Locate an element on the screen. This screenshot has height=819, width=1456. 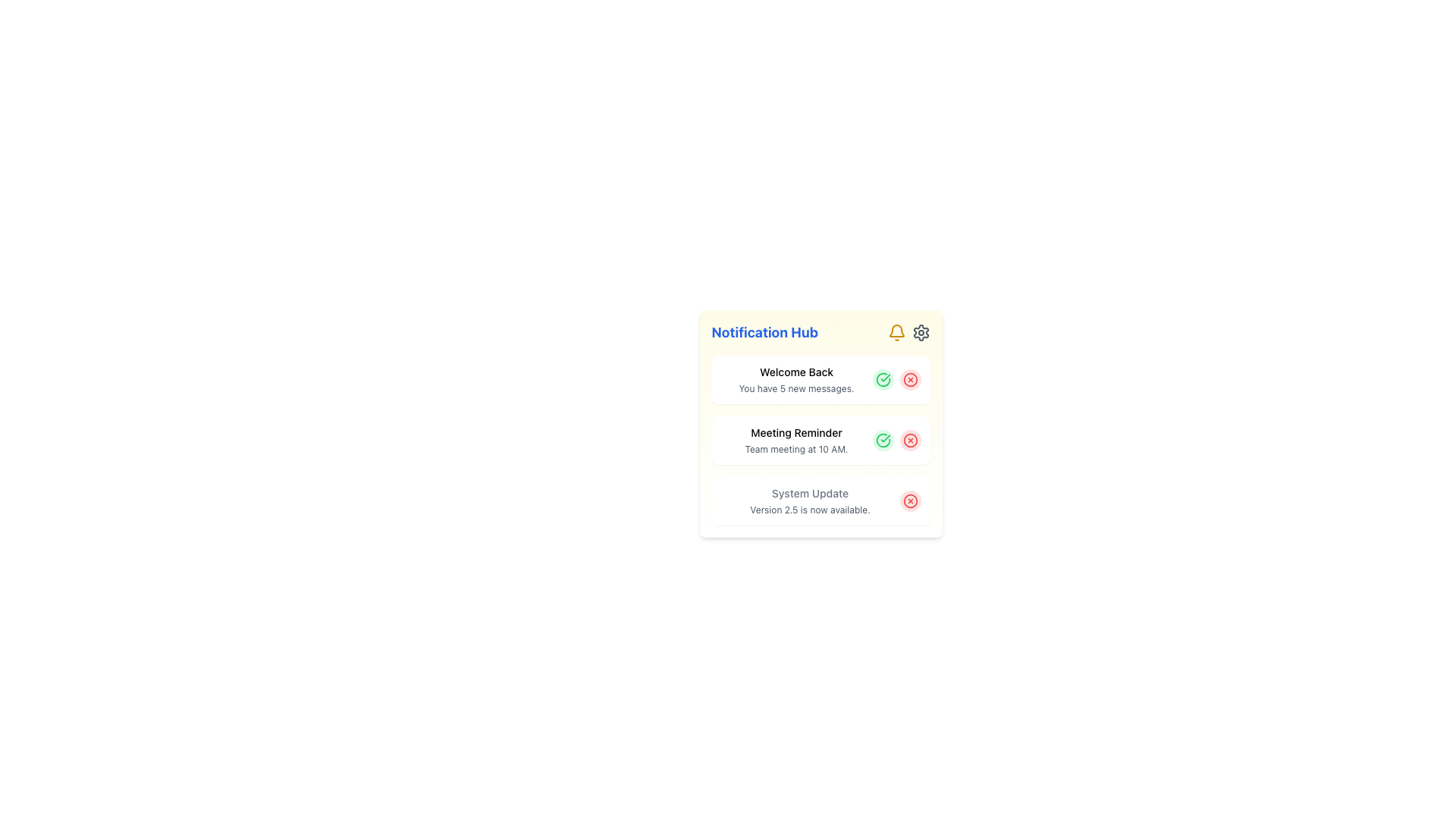
the text label that reads 'You have 5 new messages.' which is styled in gray color and located beneath the bold text 'Welcome Back' within a highlighted notification card is located at coordinates (795, 388).